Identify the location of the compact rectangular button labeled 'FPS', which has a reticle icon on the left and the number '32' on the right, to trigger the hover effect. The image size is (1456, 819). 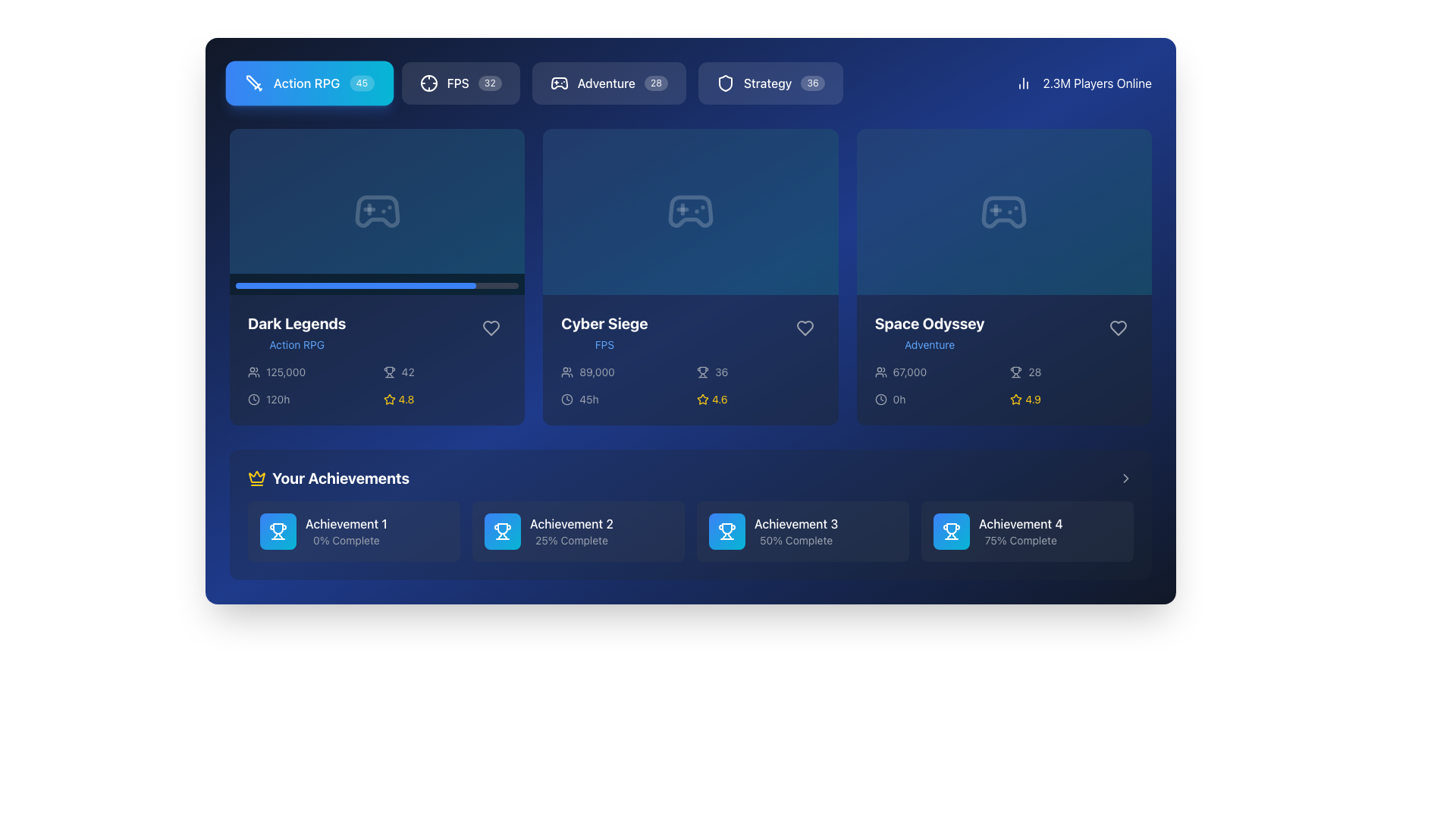
(460, 83).